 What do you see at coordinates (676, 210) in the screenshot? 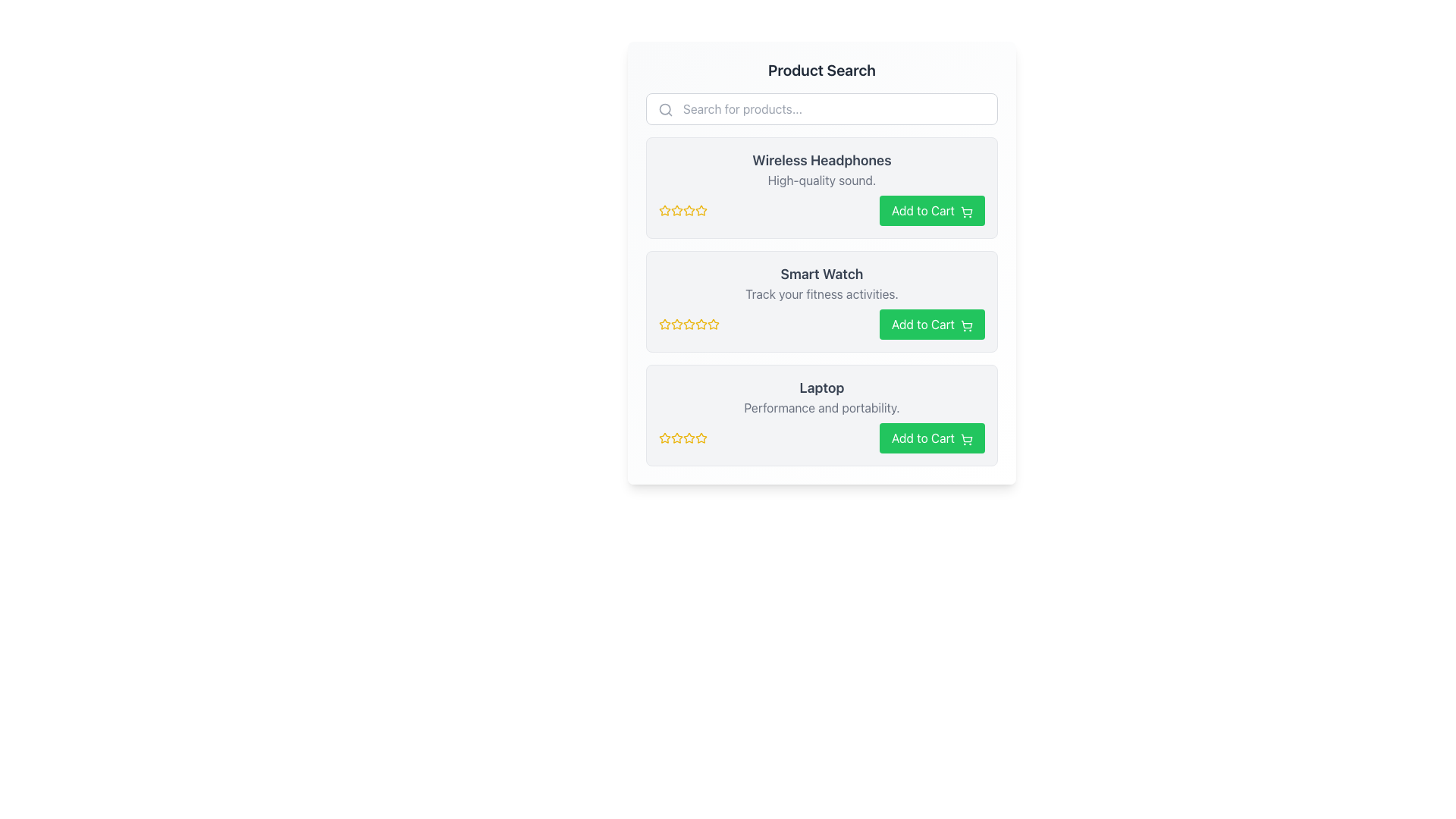
I see `the second star in the star rating icon sequence to rate the item` at bounding box center [676, 210].